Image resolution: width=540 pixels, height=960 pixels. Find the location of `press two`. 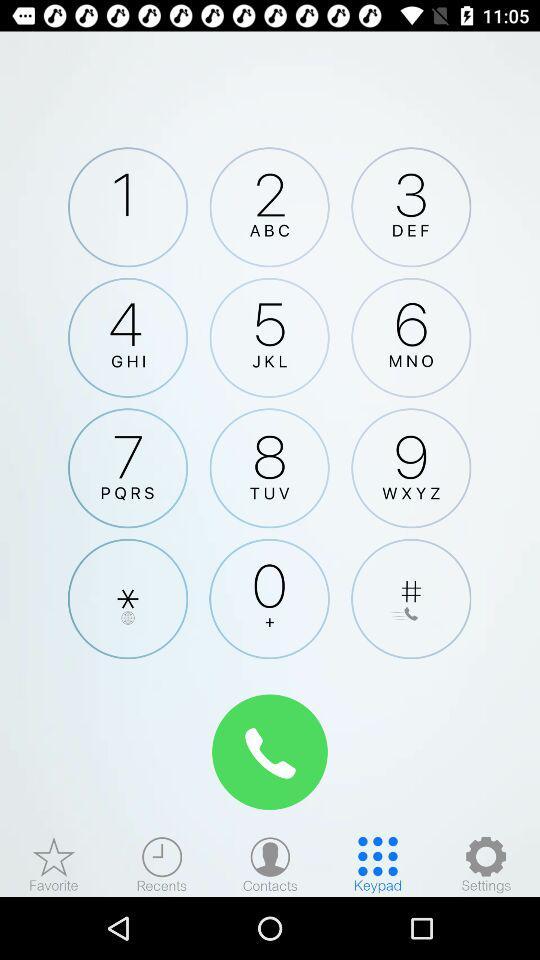

press two is located at coordinates (269, 207).